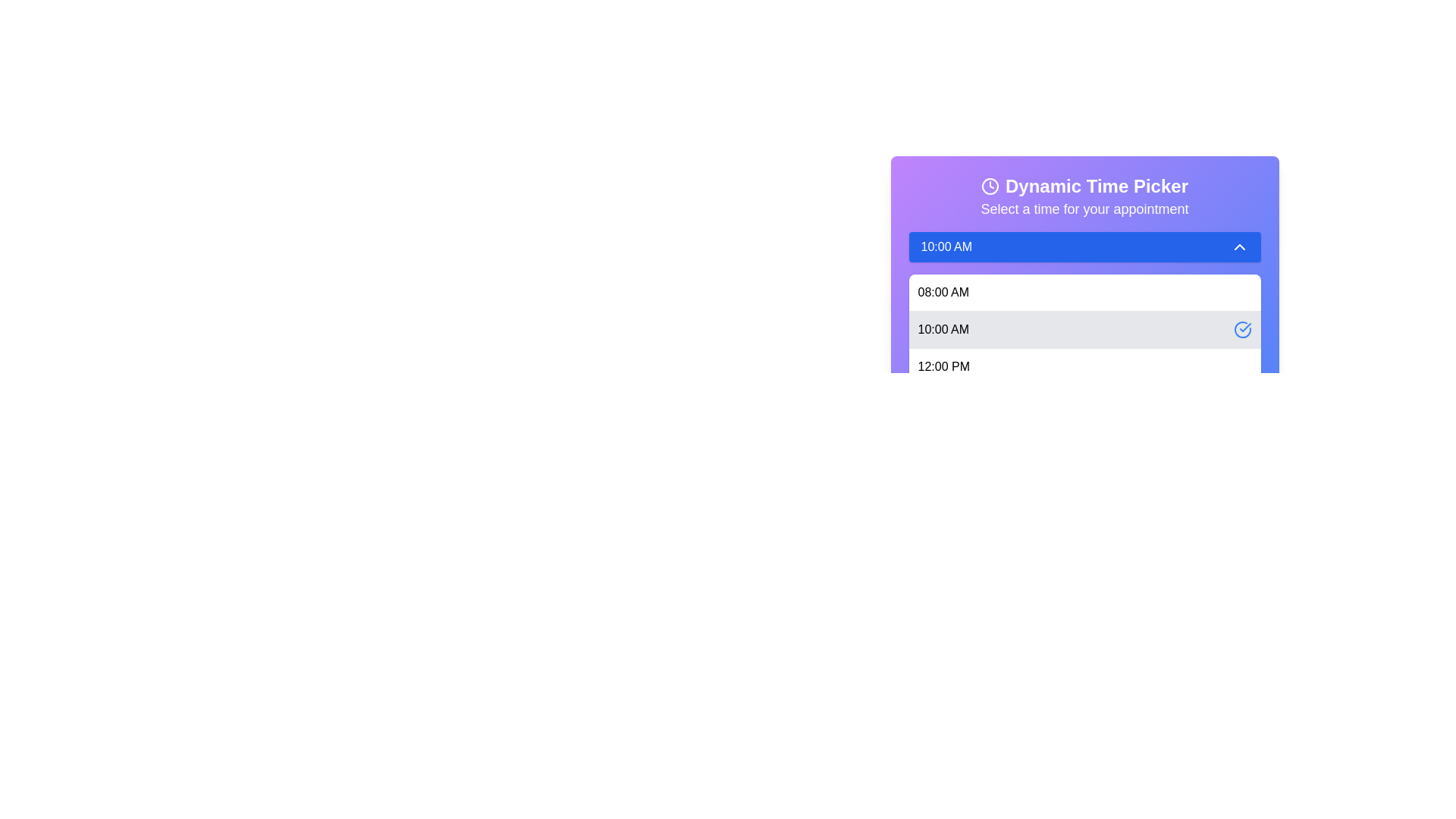 This screenshot has height=819, width=1456. What do you see at coordinates (1084, 366) in the screenshot?
I see `the third time slot in the dropdown list of the time picker, which displays '12:00 PM' in bold black font on a white background` at bounding box center [1084, 366].